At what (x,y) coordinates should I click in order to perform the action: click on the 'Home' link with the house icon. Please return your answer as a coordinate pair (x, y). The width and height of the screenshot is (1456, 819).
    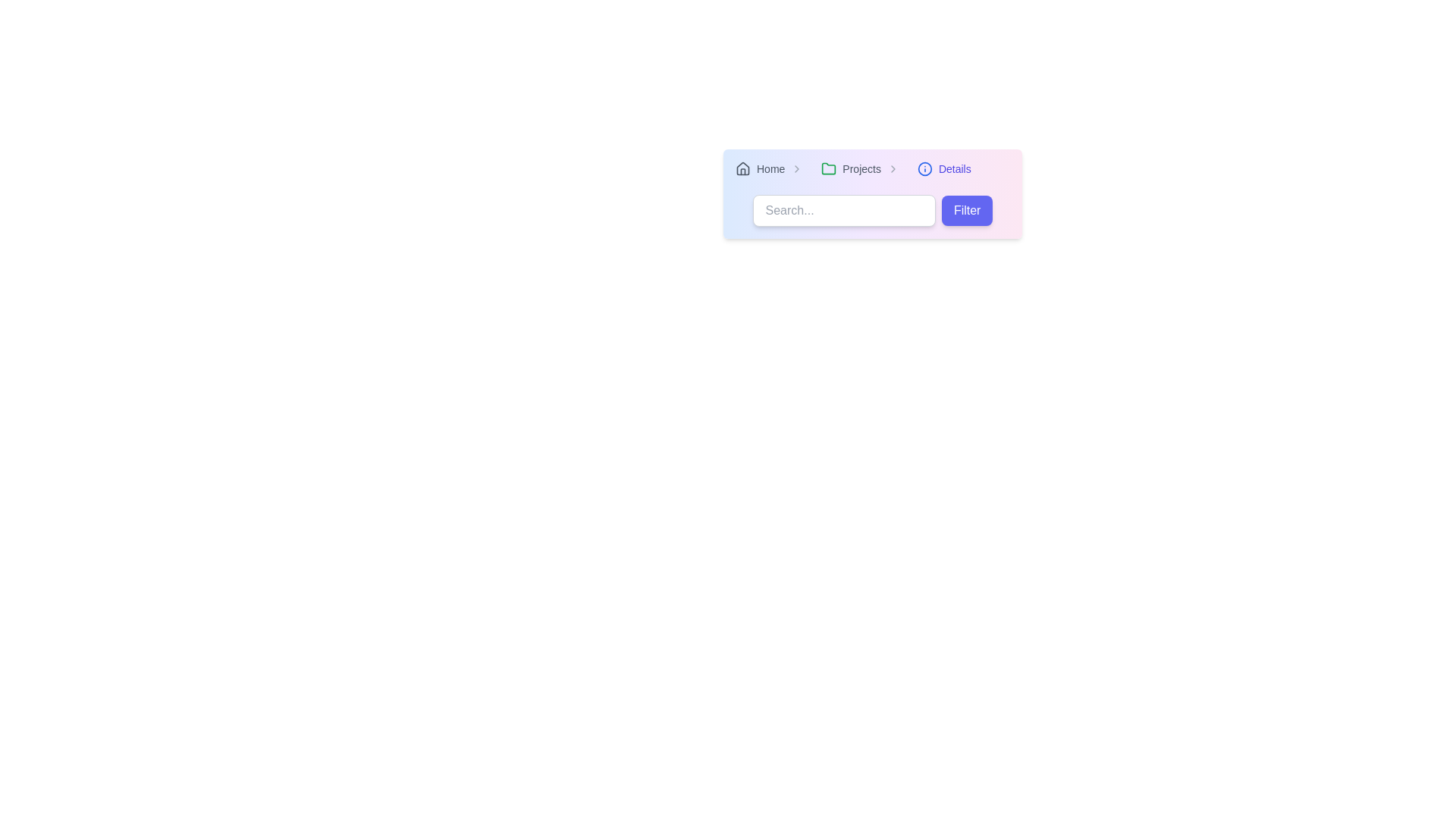
    Looking at the image, I should click on (760, 169).